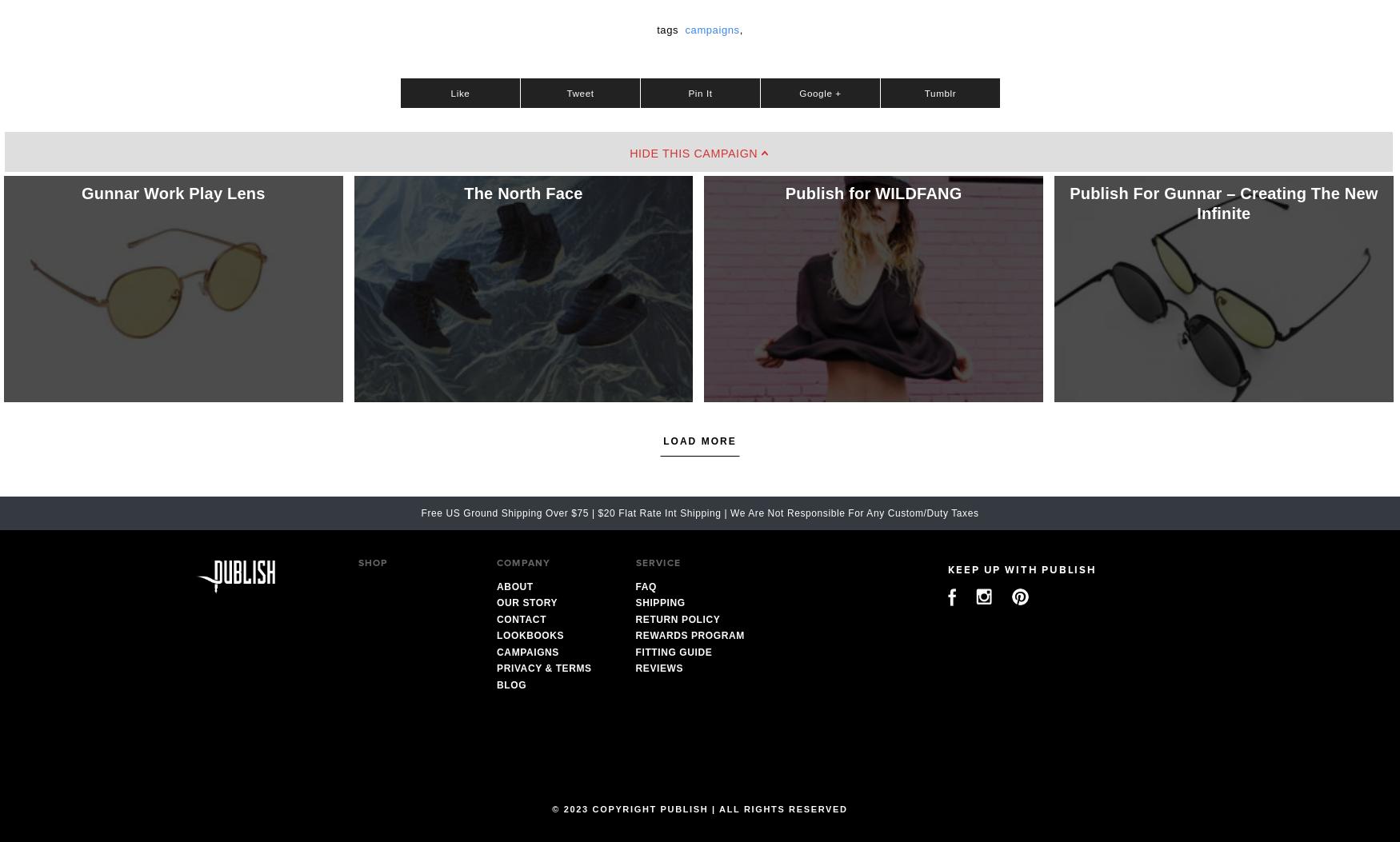 This screenshot has height=842, width=1400. I want to click on 'Tumblr', so click(938, 92).